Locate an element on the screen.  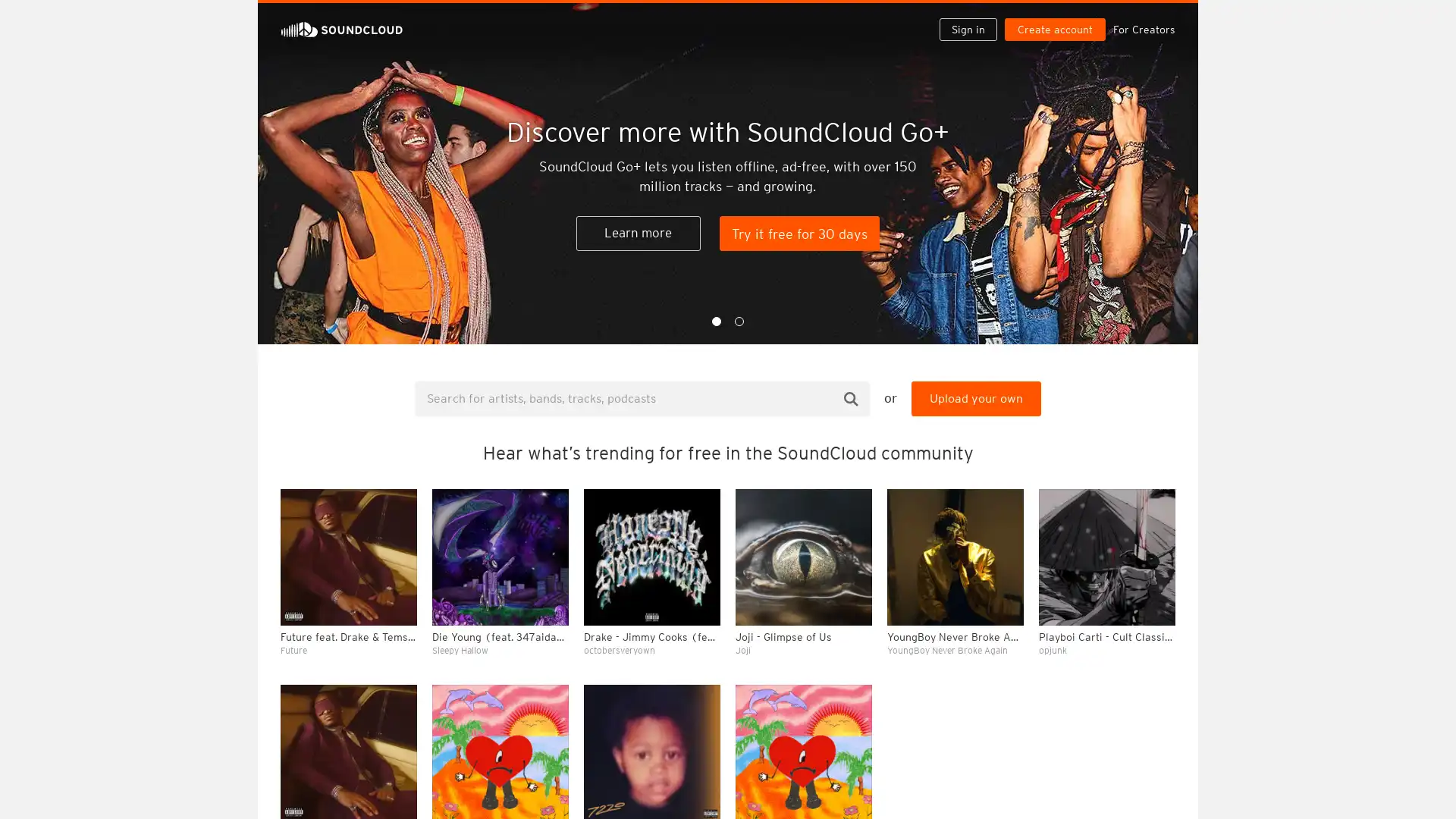
Clear is located at coordinates (1124, 414).